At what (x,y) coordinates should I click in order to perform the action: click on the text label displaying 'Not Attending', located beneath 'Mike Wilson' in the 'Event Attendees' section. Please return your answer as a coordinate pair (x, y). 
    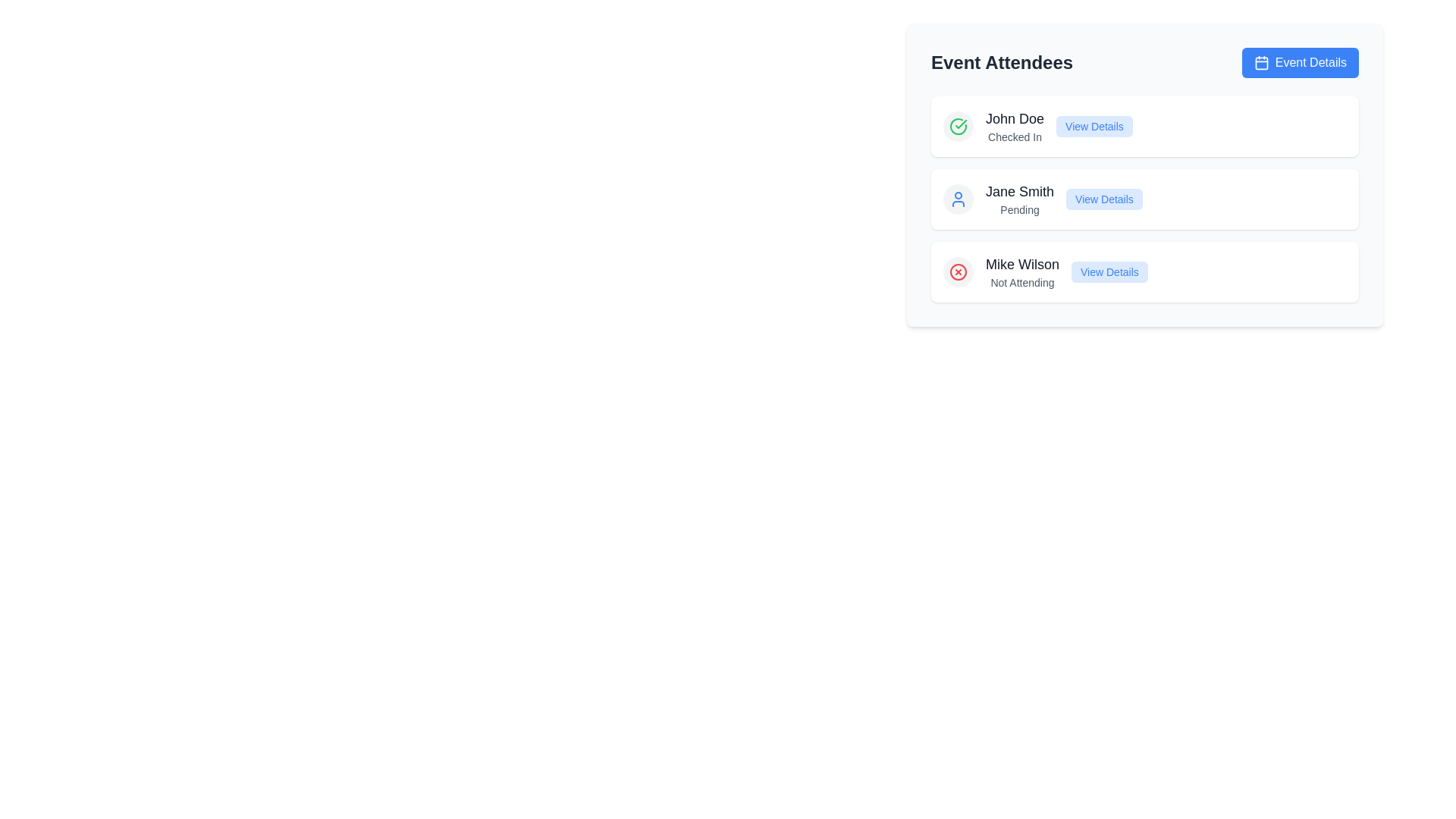
    Looking at the image, I should click on (1022, 283).